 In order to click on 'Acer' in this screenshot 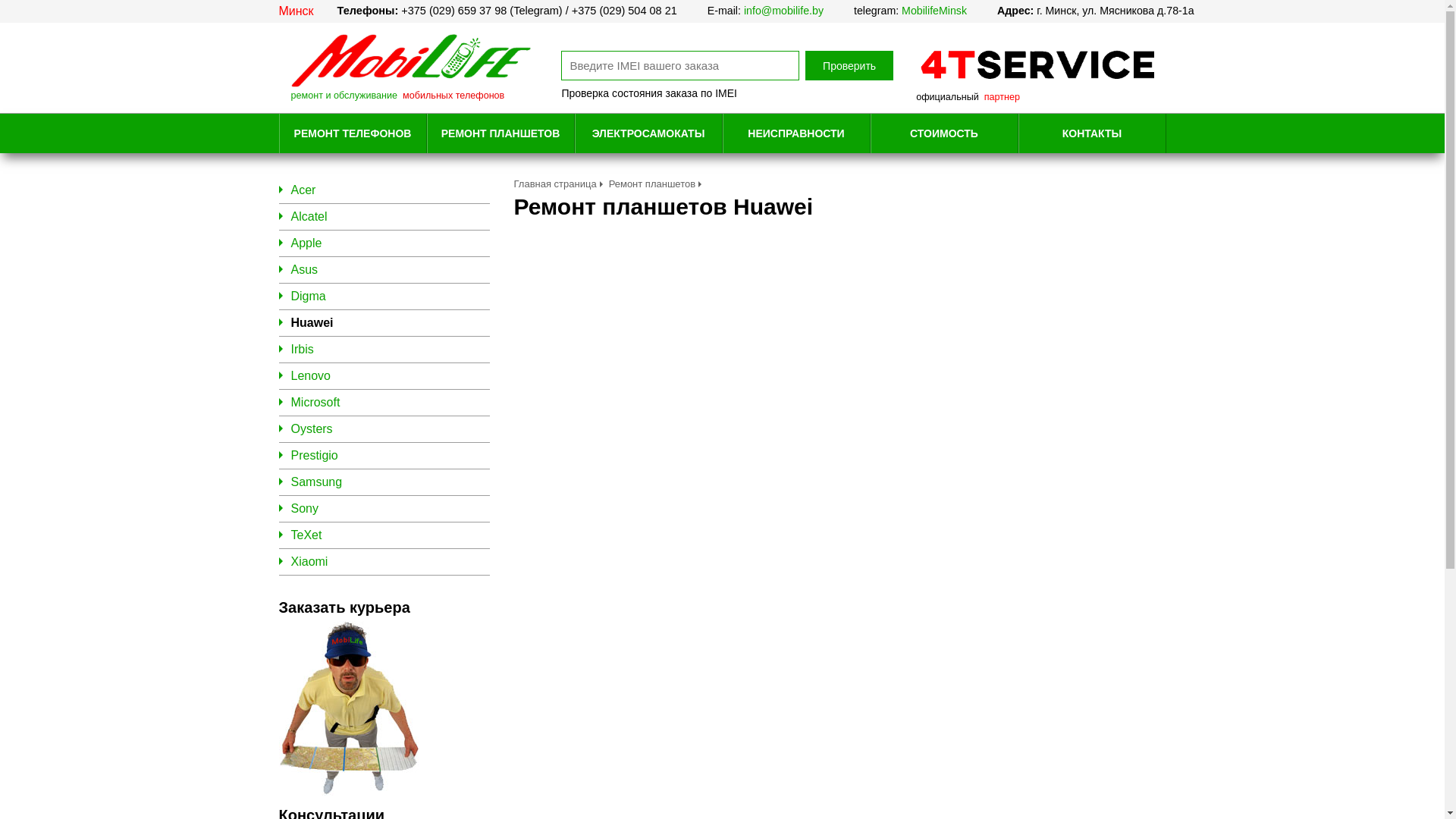, I will do `click(303, 189)`.